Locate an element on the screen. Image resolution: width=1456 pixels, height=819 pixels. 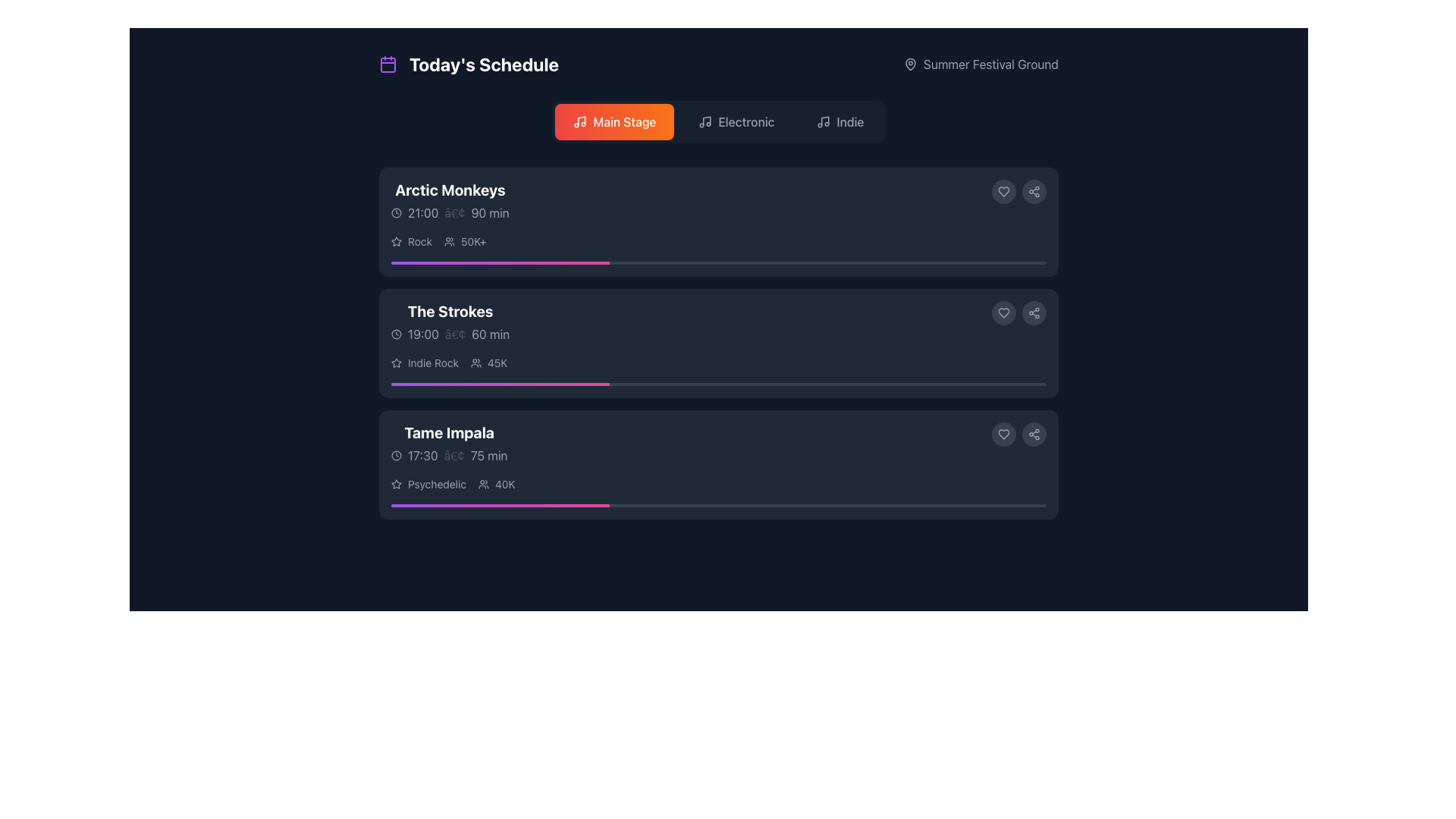
the sleek, narrow progress bar with a gradient from purple to pink located in the third card under the 'Tame Impala' section is located at coordinates (718, 506).